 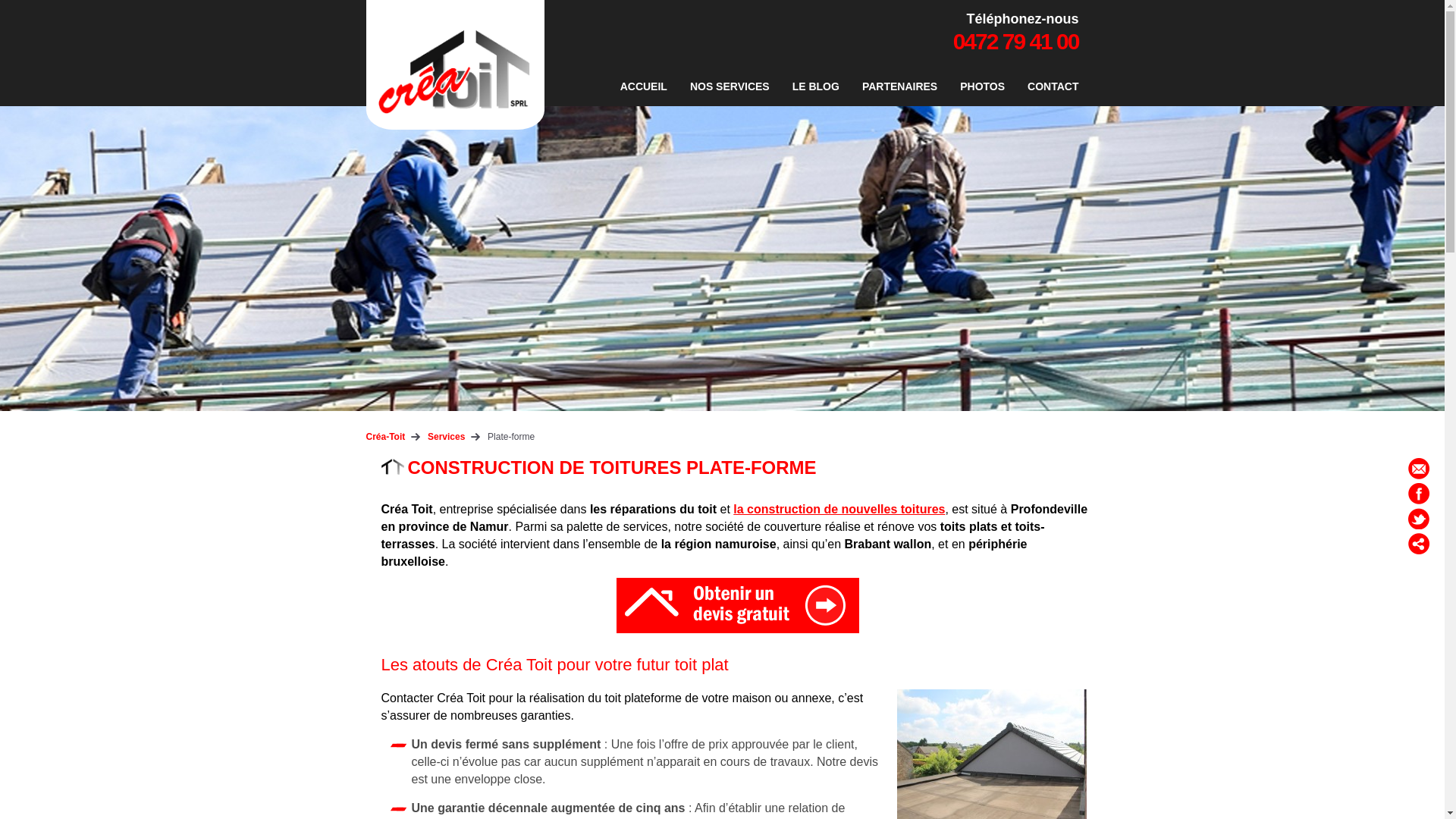 I want to click on 'Partager ce contenu', so click(x=1418, y=543).